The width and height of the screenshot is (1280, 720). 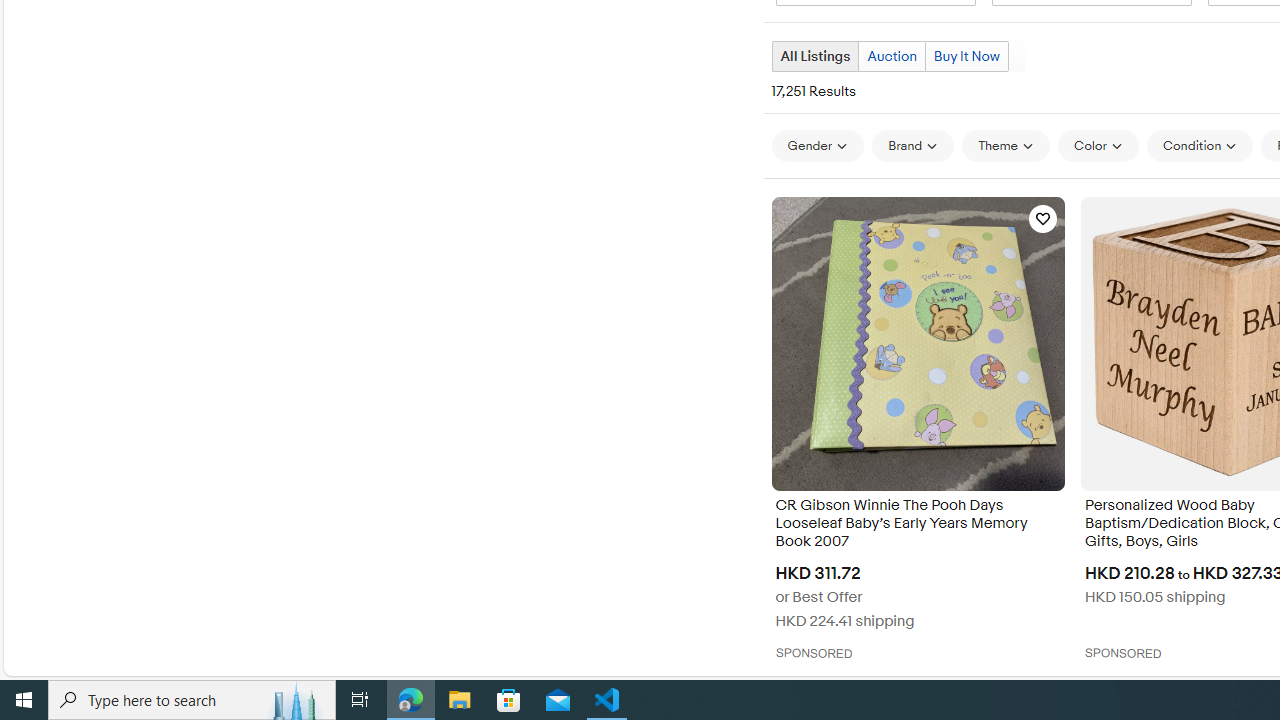 I want to click on 'Buy It Now', so click(x=967, y=55).